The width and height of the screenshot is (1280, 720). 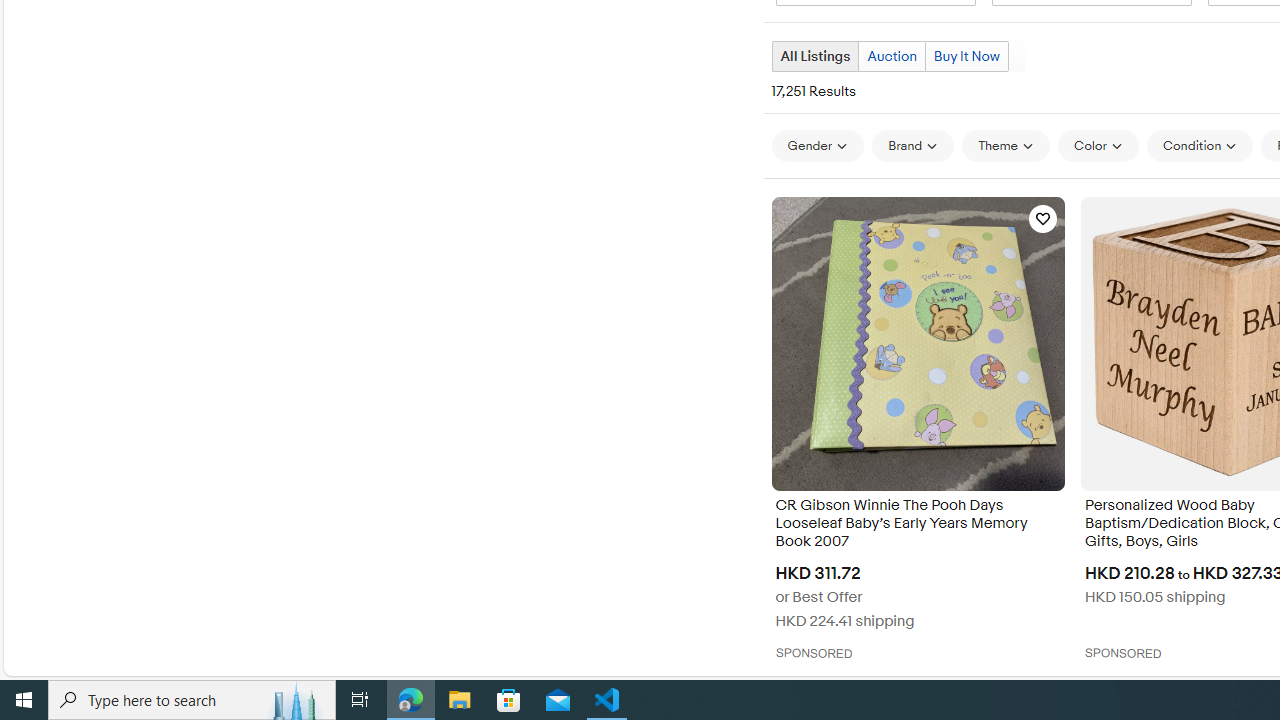 I want to click on 'Buy It Now', so click(x=967, y=55).